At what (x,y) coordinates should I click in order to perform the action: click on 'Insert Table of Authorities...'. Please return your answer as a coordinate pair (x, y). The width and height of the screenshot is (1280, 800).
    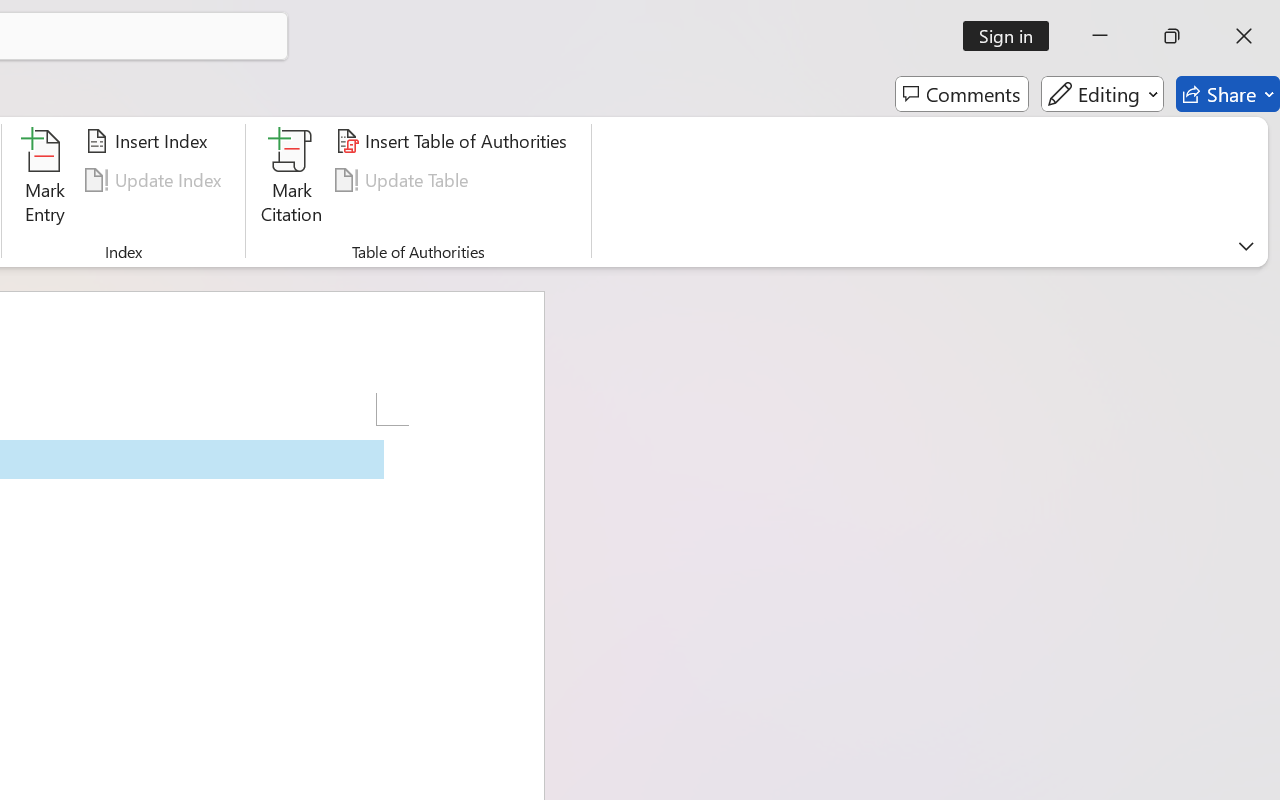
    Looking at the image, I should click on (453, 141).